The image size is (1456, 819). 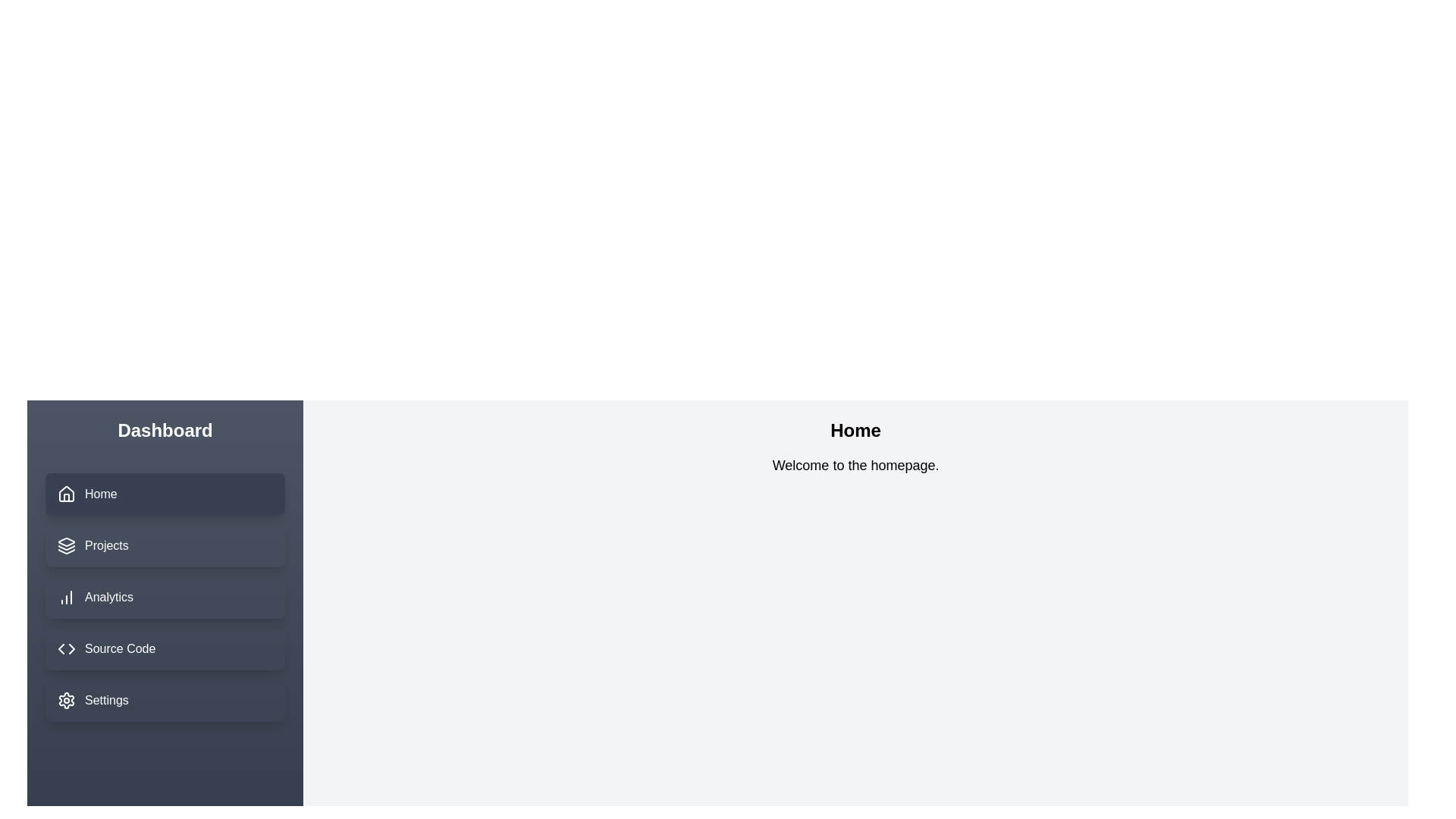 What do you see at coordinates (65, 701) in the screenshot?
I see `the gear icon located in the navigation menu at the bottom section, adjacent to the 'Settings' label` at bounding box center [65, 701].